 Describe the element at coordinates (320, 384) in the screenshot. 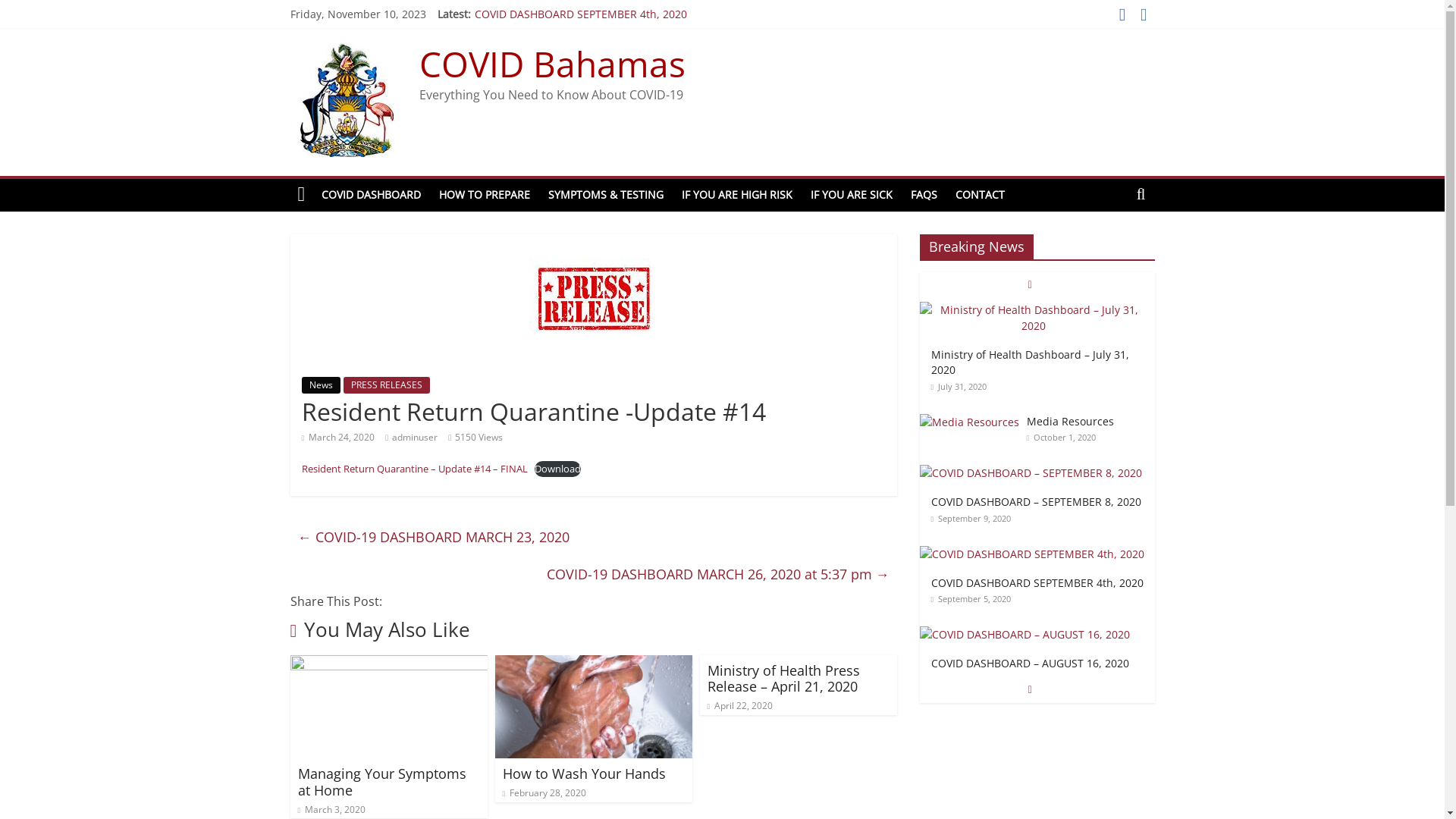

I see `'News'` at that location.